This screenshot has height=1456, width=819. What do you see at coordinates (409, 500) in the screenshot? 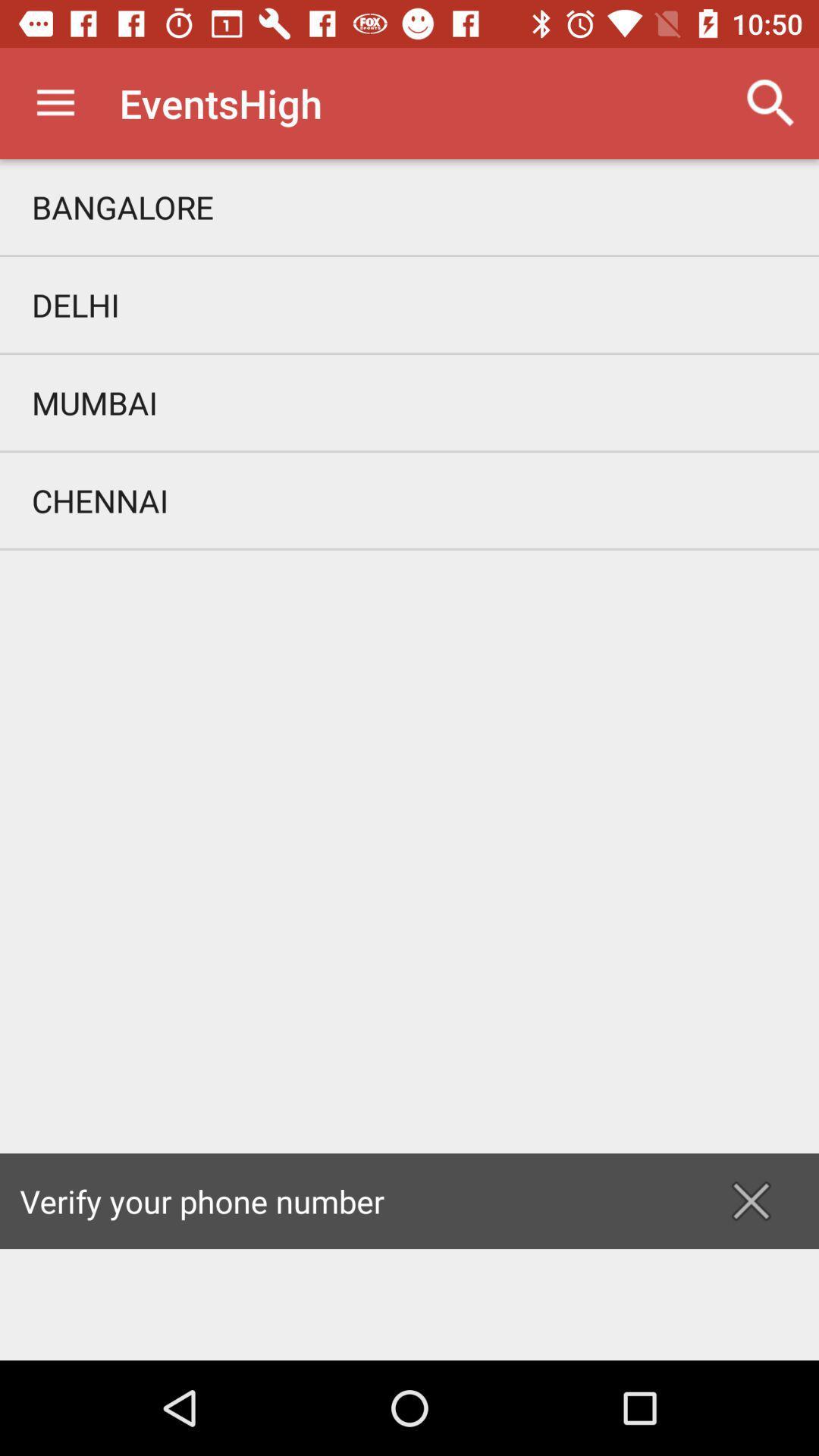
I see `the chennai at the center` at bounding box center [409, 500].